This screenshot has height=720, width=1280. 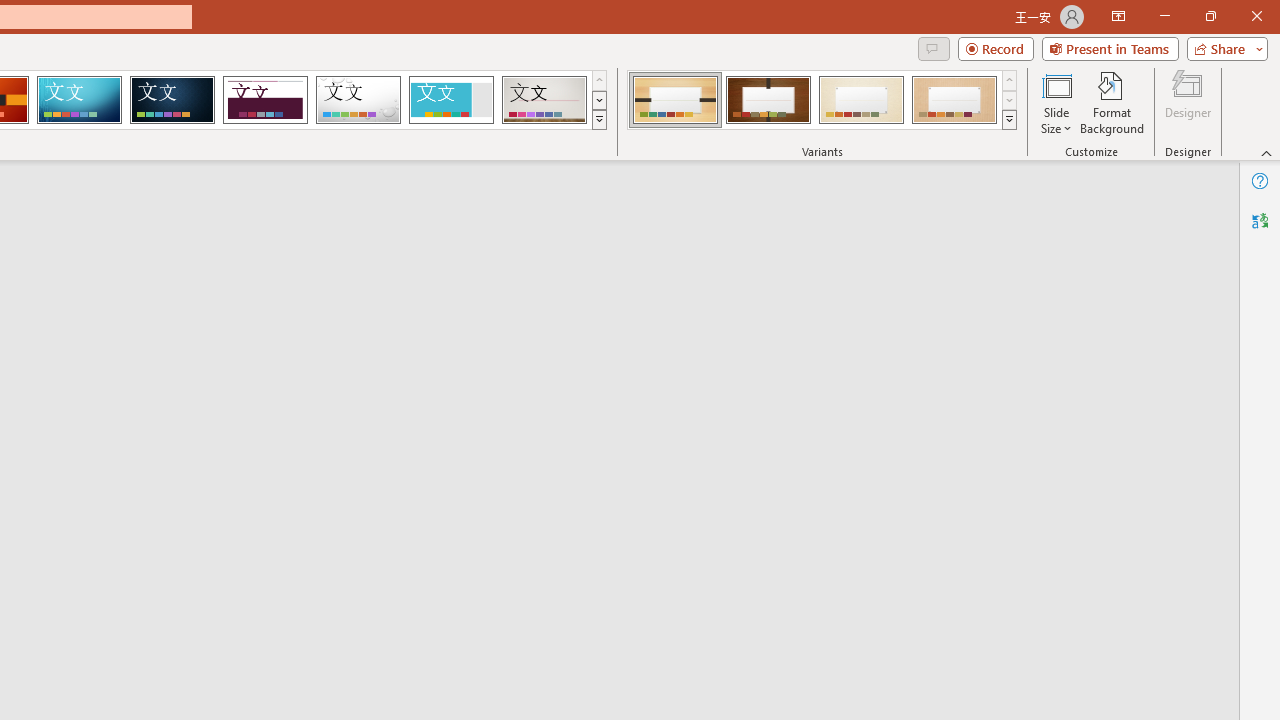 What do you see at coordinates (1009, 120) in the screenshot?
I see `'Variants'` at bounding box center [1009, 120].